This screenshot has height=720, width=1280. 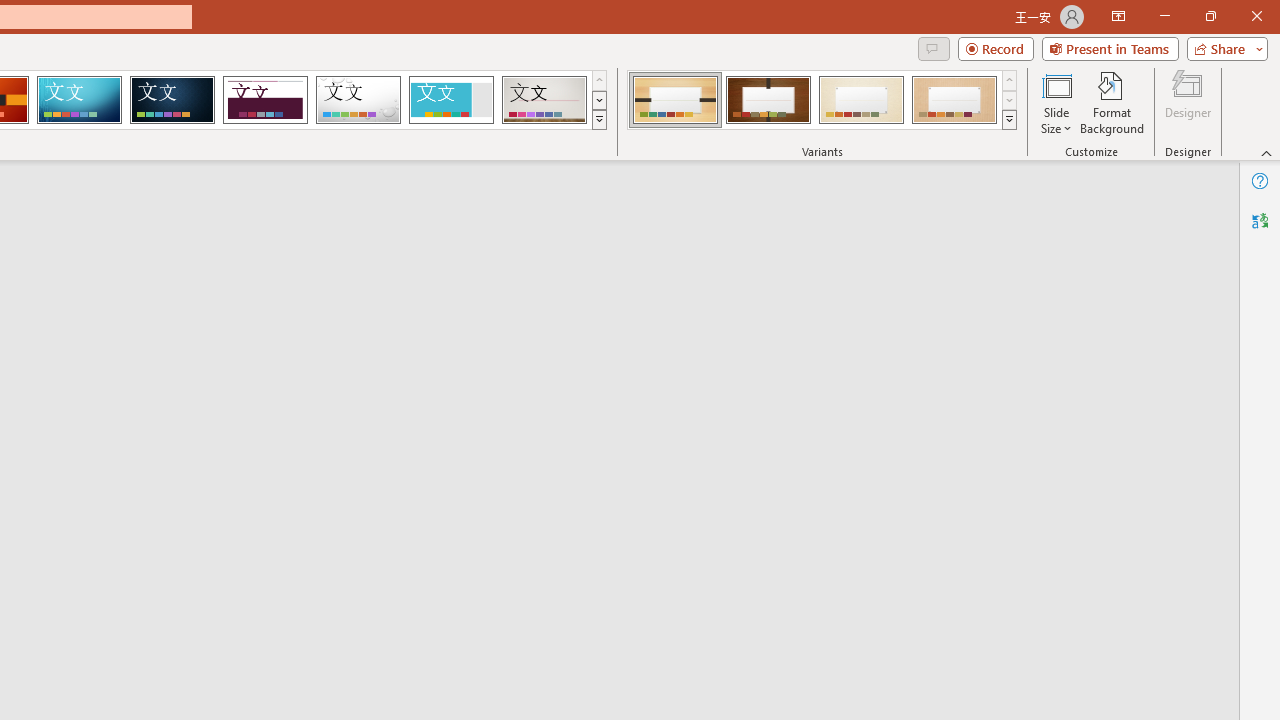 What do you see at coordinates (1009, 120) in the screenshot?
I see `'Variants'` at bounding box center [1009, 120].